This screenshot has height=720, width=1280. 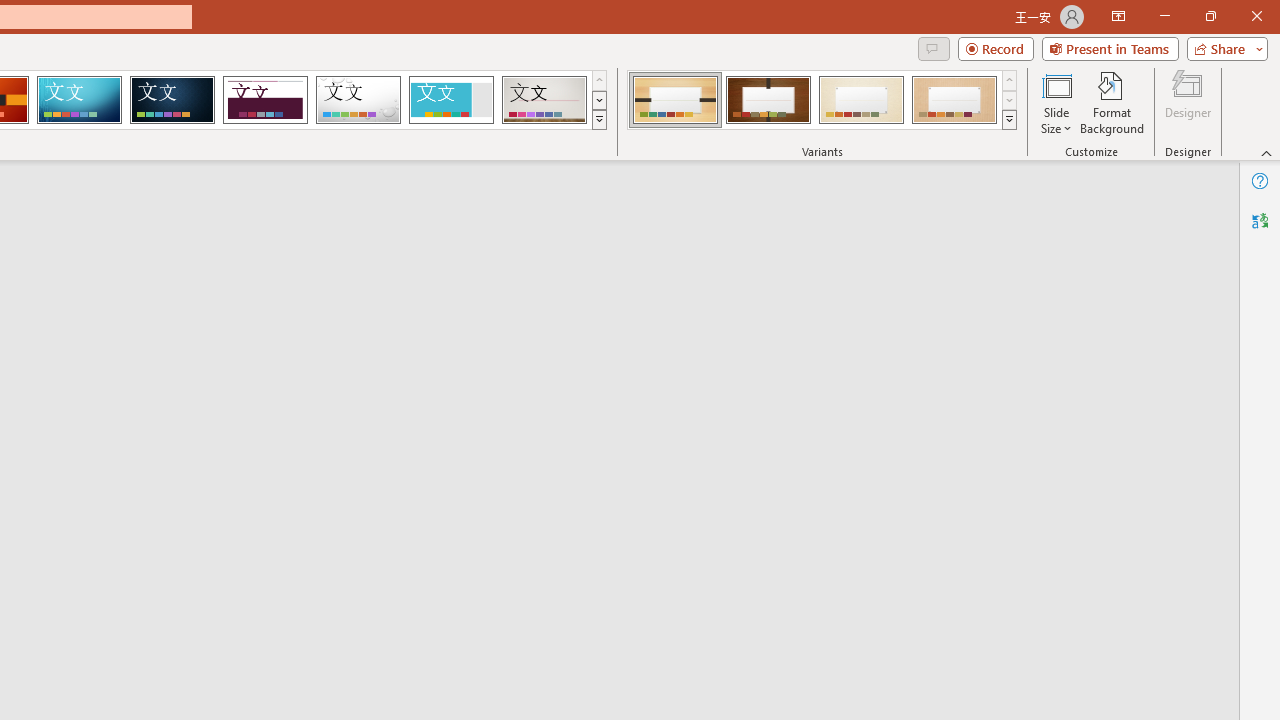 What do you see at coordinates (1009, 120) in the screenshot?
I see `'Variants'` at bounding box center [1009, 120].